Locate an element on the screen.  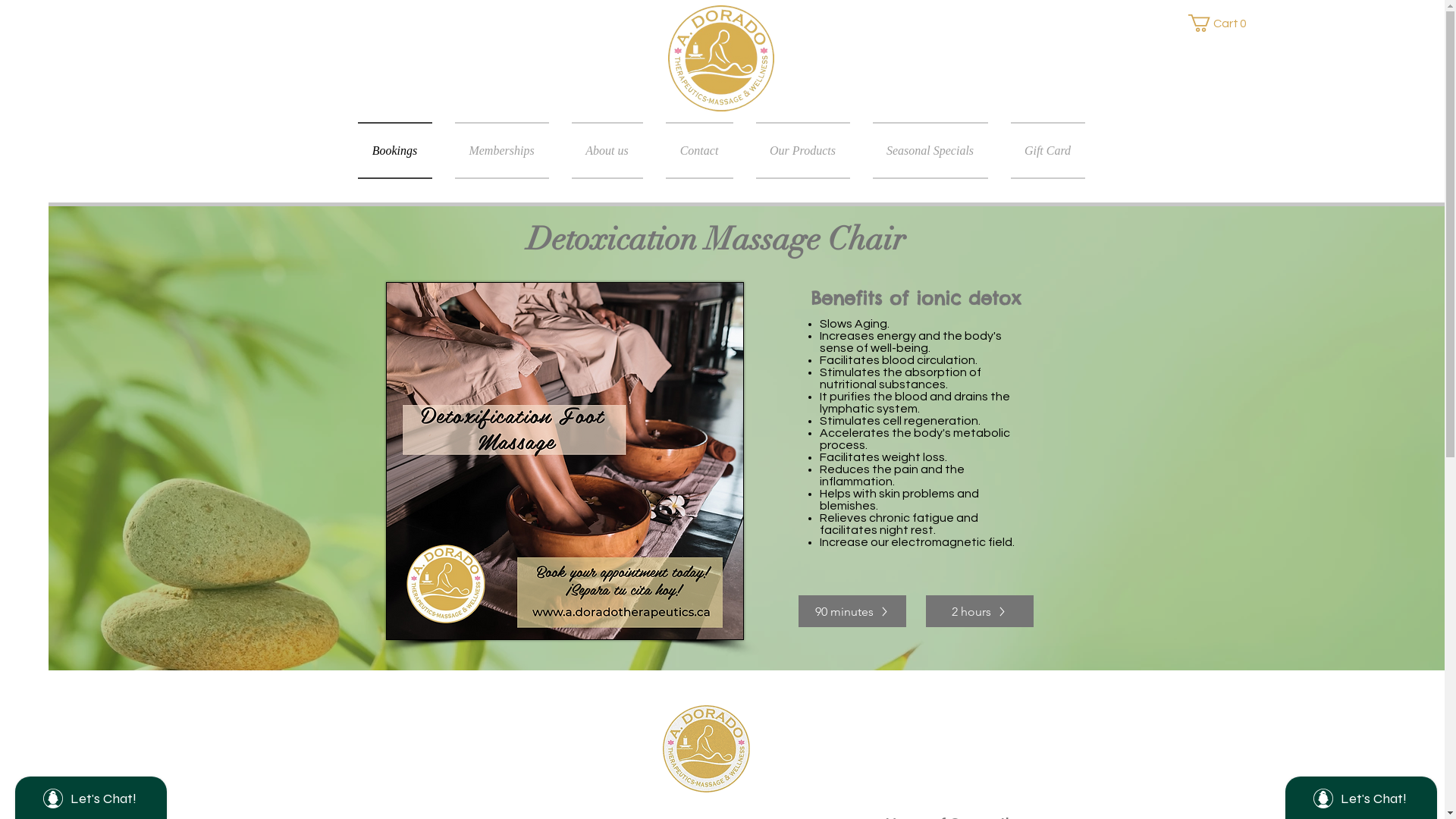
'90 minutes' is located at coordinates (852, 610).